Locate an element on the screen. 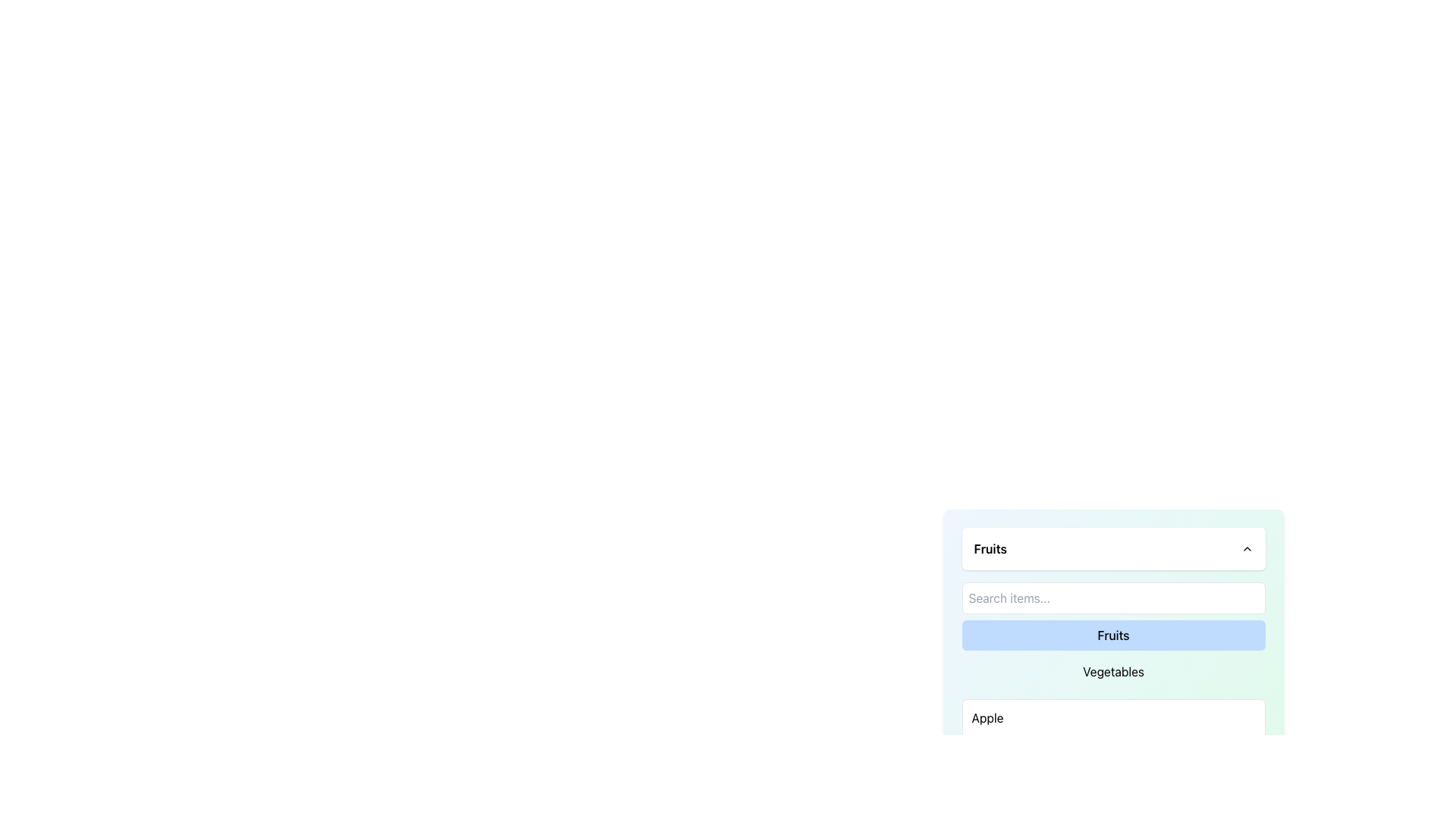  the 'Vegetables' text label in the dropdown menu is located at coordinates (1113, 671).